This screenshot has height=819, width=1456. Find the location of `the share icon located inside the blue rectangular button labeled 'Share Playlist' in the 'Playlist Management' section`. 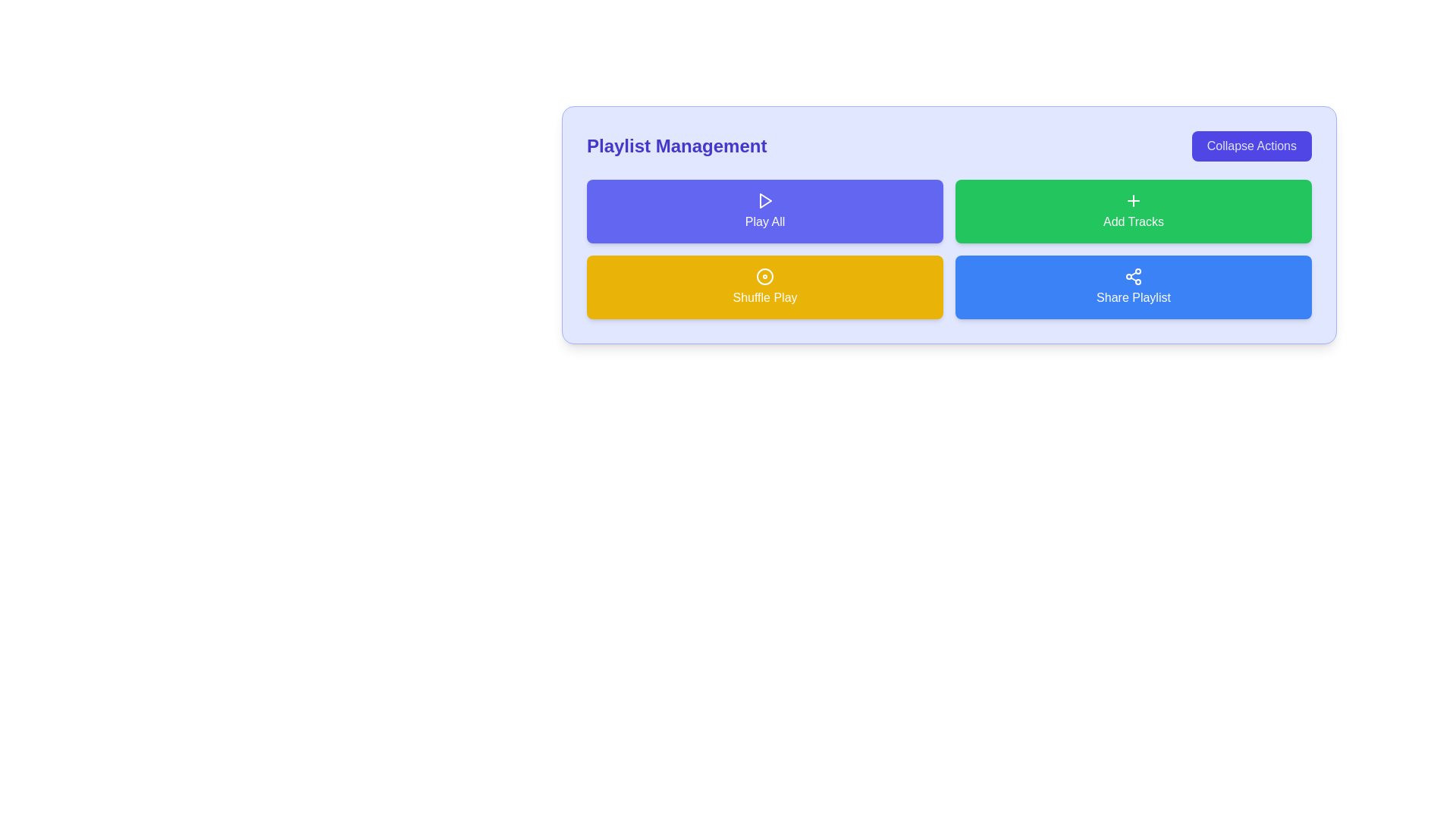

the share icon located inside the blue rectangular button labeled 'Share Playlist' in the 'Playlist Management' section is located at coordinates (1133, 277).